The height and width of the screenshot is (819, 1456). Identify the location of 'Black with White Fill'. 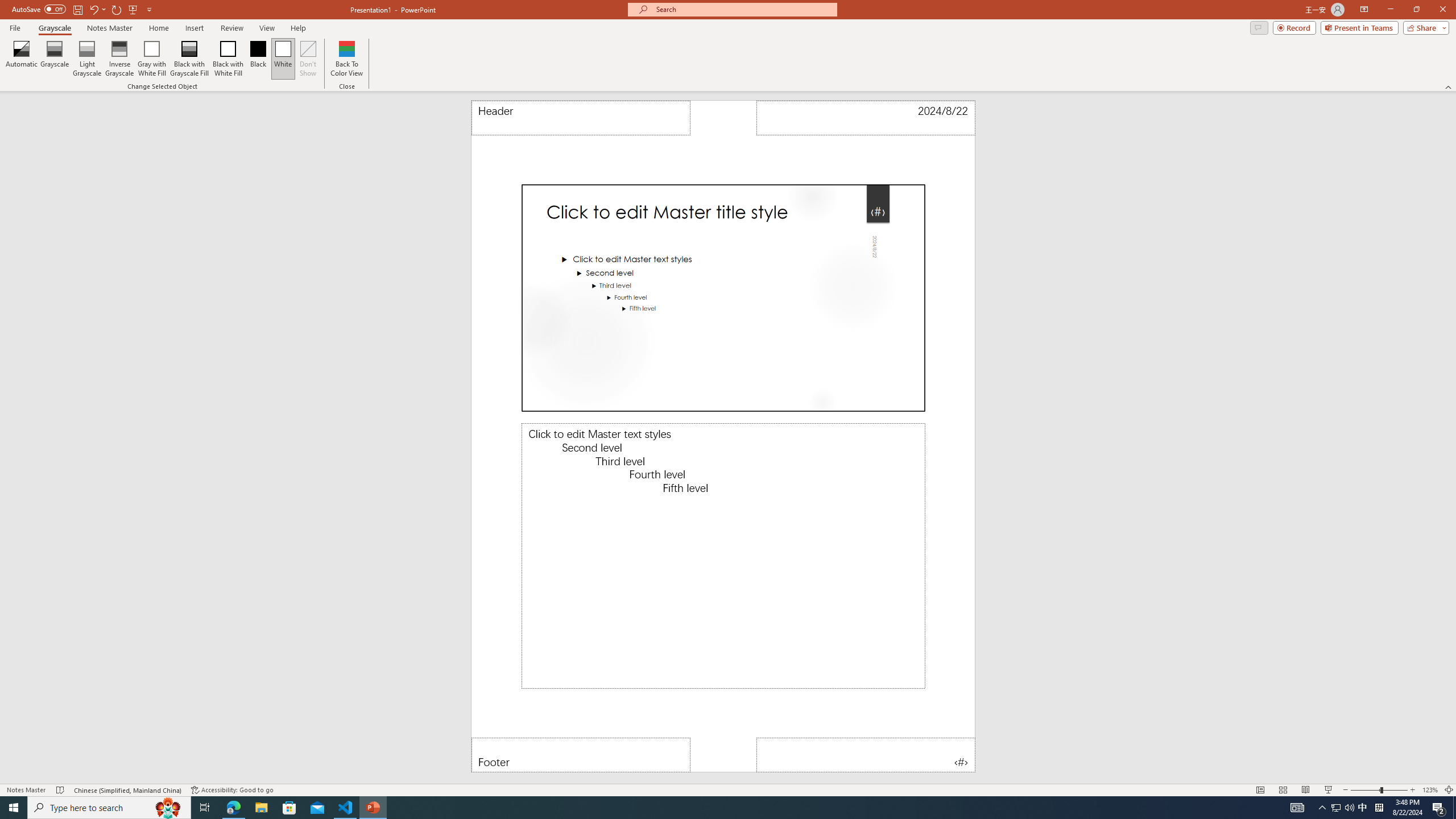
(227, 59).